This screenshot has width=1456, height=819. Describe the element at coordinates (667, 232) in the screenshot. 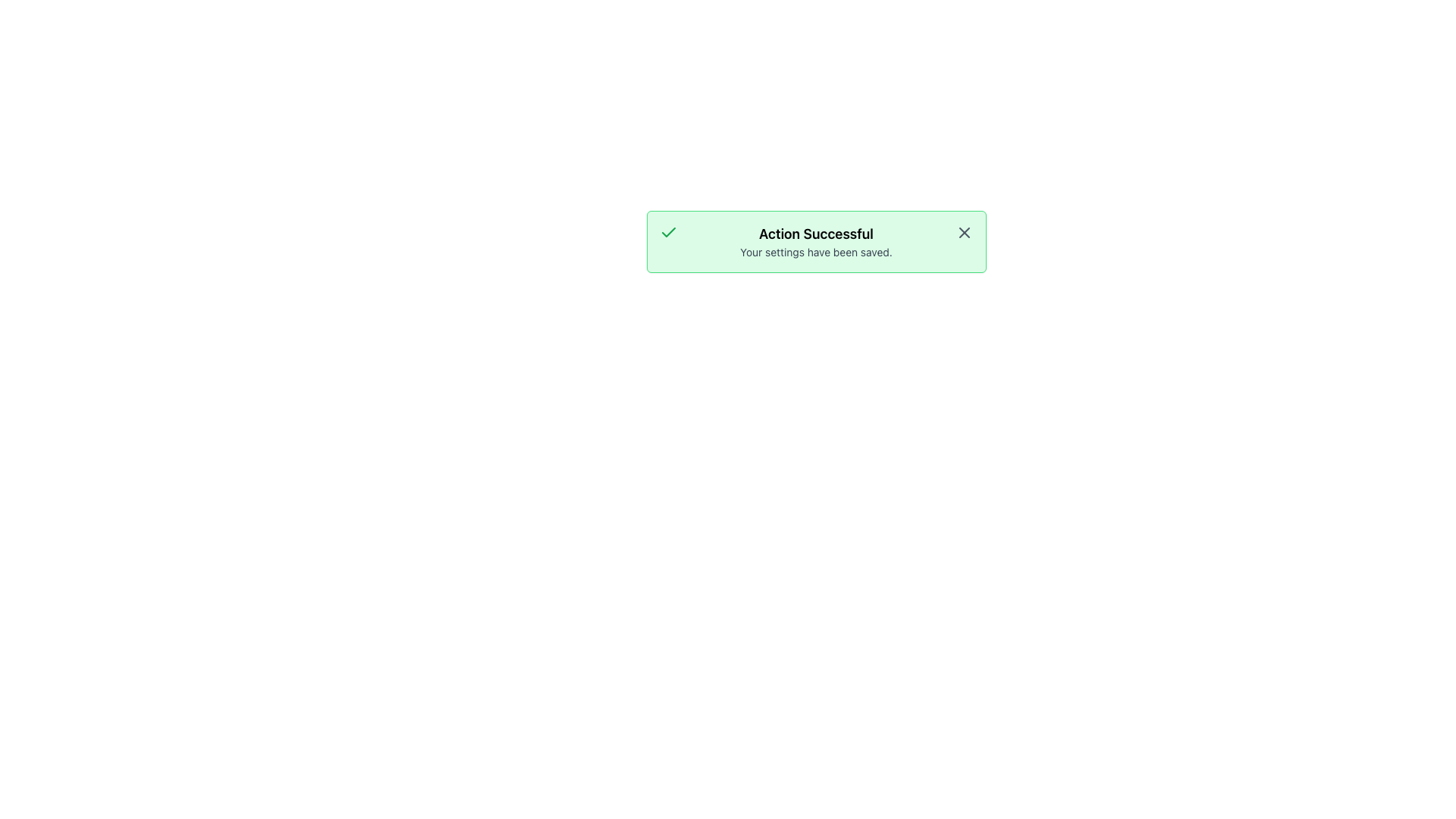

I see `the checkmark icon that indicates successful completion, located on the left side of the message box labeled 'Action Successful' within a green notification banner` at that location.